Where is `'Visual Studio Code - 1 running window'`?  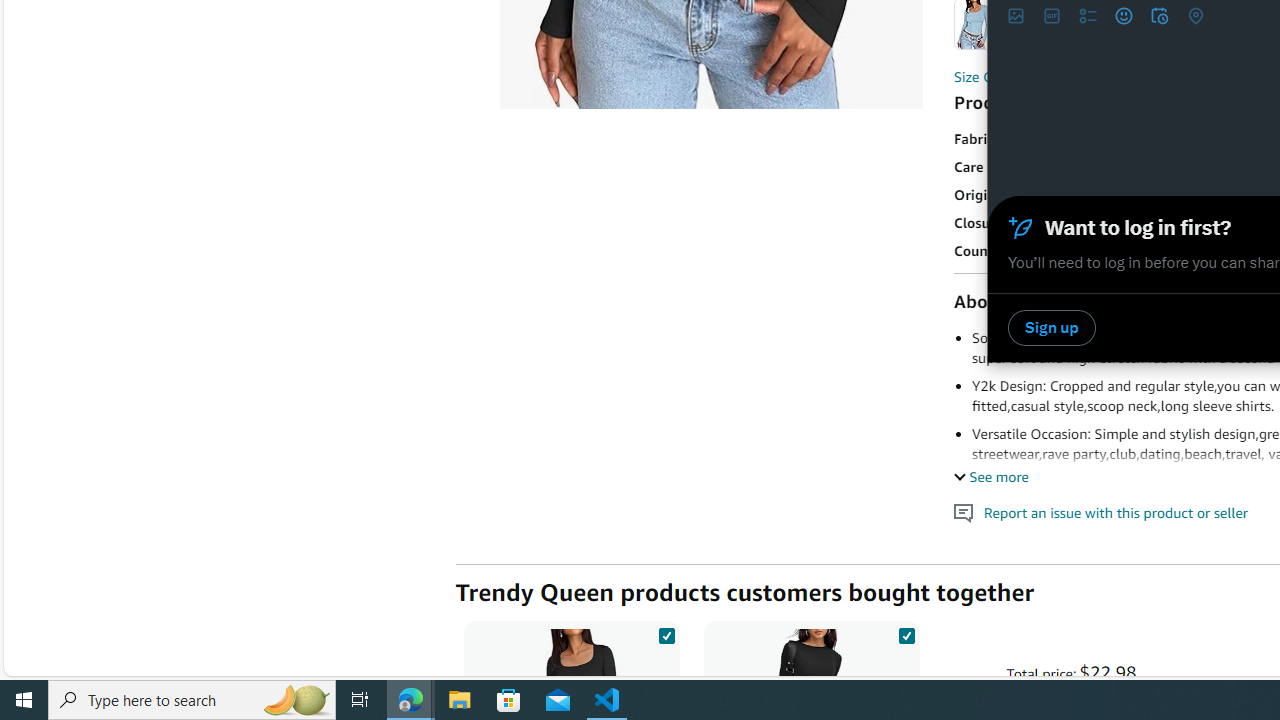
'Visual Studio Code - 1 running window' is located at coordinates (606, 698).